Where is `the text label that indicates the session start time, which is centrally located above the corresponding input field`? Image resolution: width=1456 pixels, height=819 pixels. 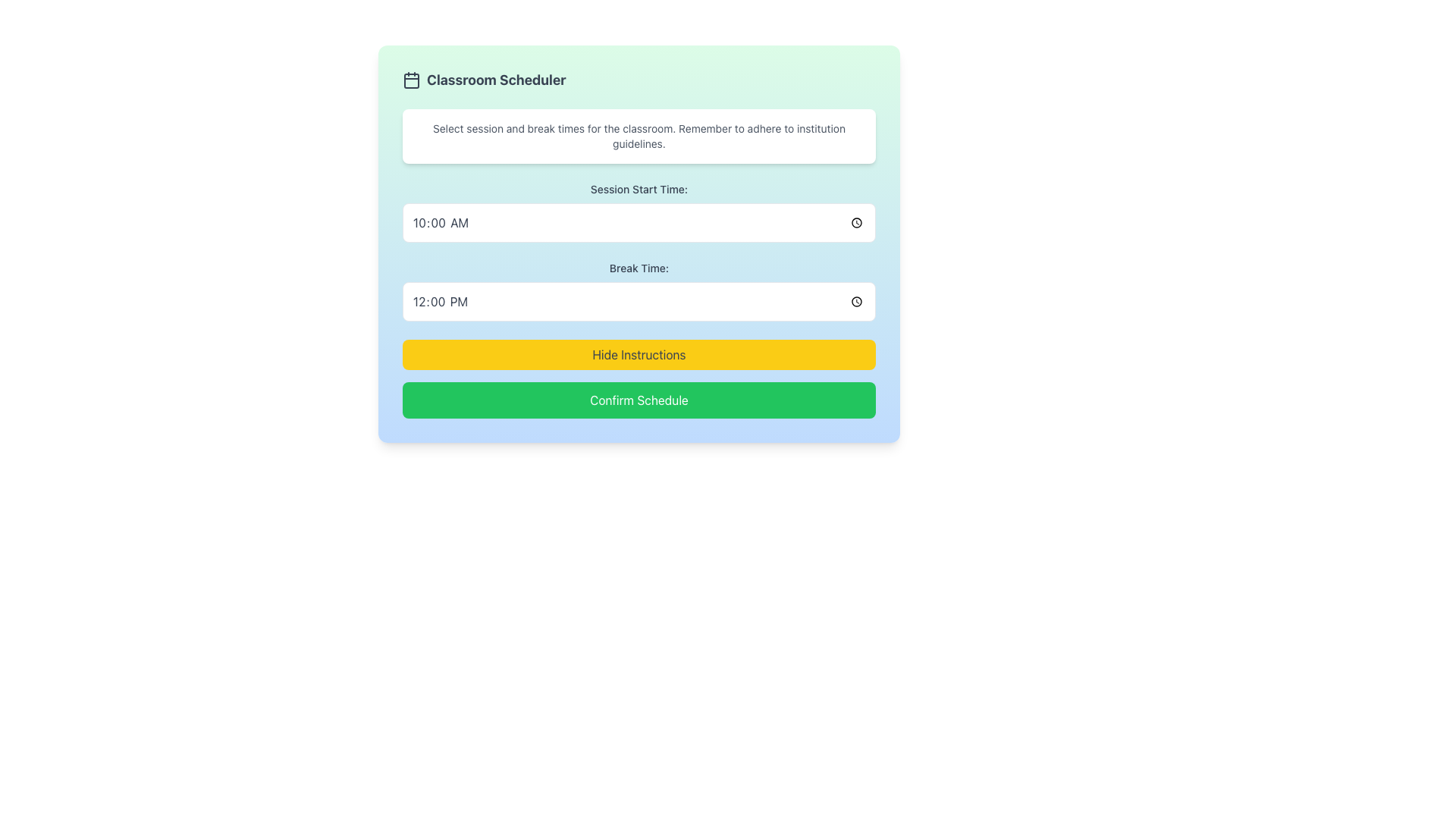
the text label that indicates the session start time, which is centrally located above the corresponding input field is located at coordinates (639, 189).